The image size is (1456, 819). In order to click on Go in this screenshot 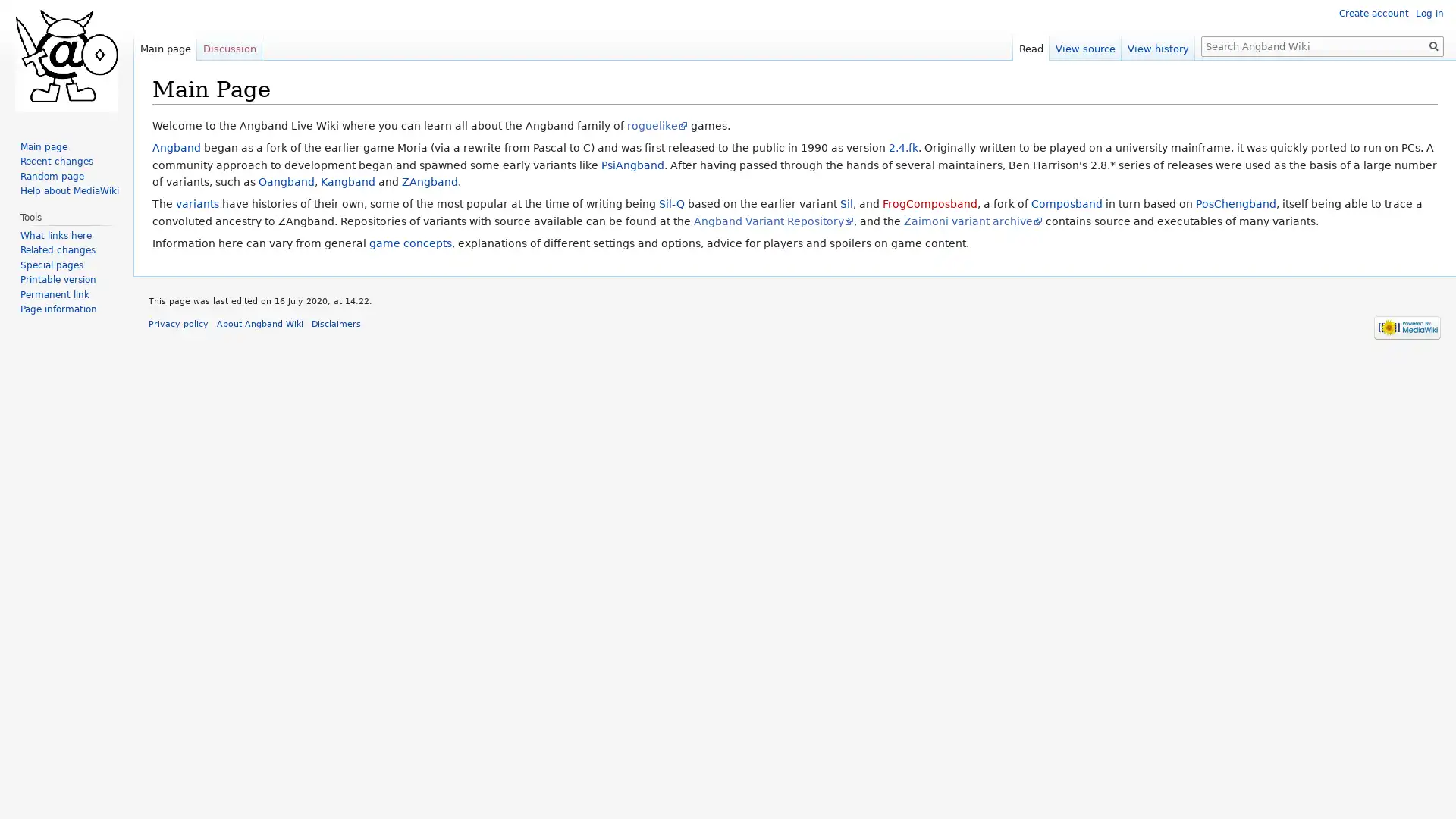, I will do `click(1433, 45)`.